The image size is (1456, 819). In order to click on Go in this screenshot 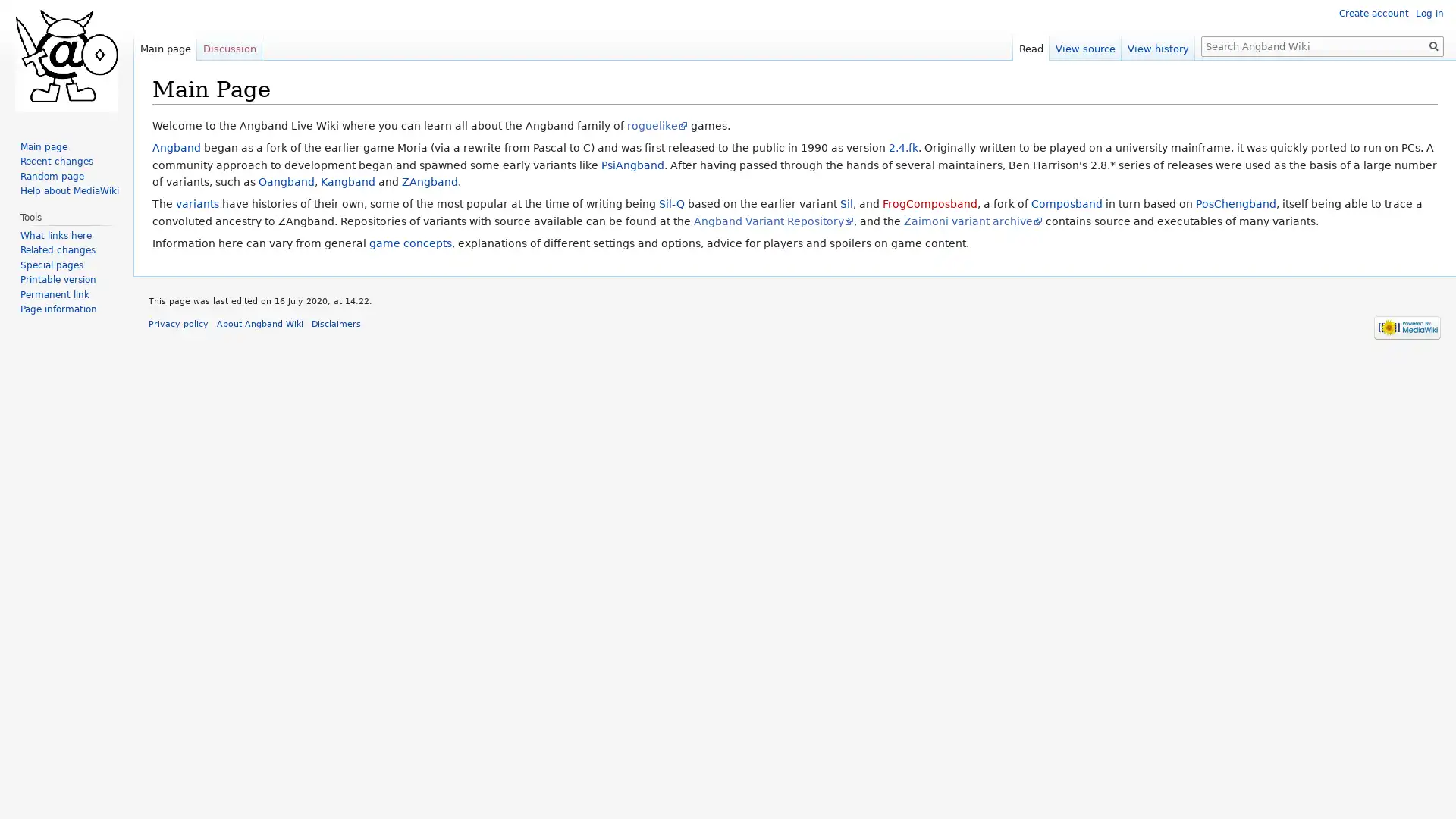, I will do `click(1433, 45)`.